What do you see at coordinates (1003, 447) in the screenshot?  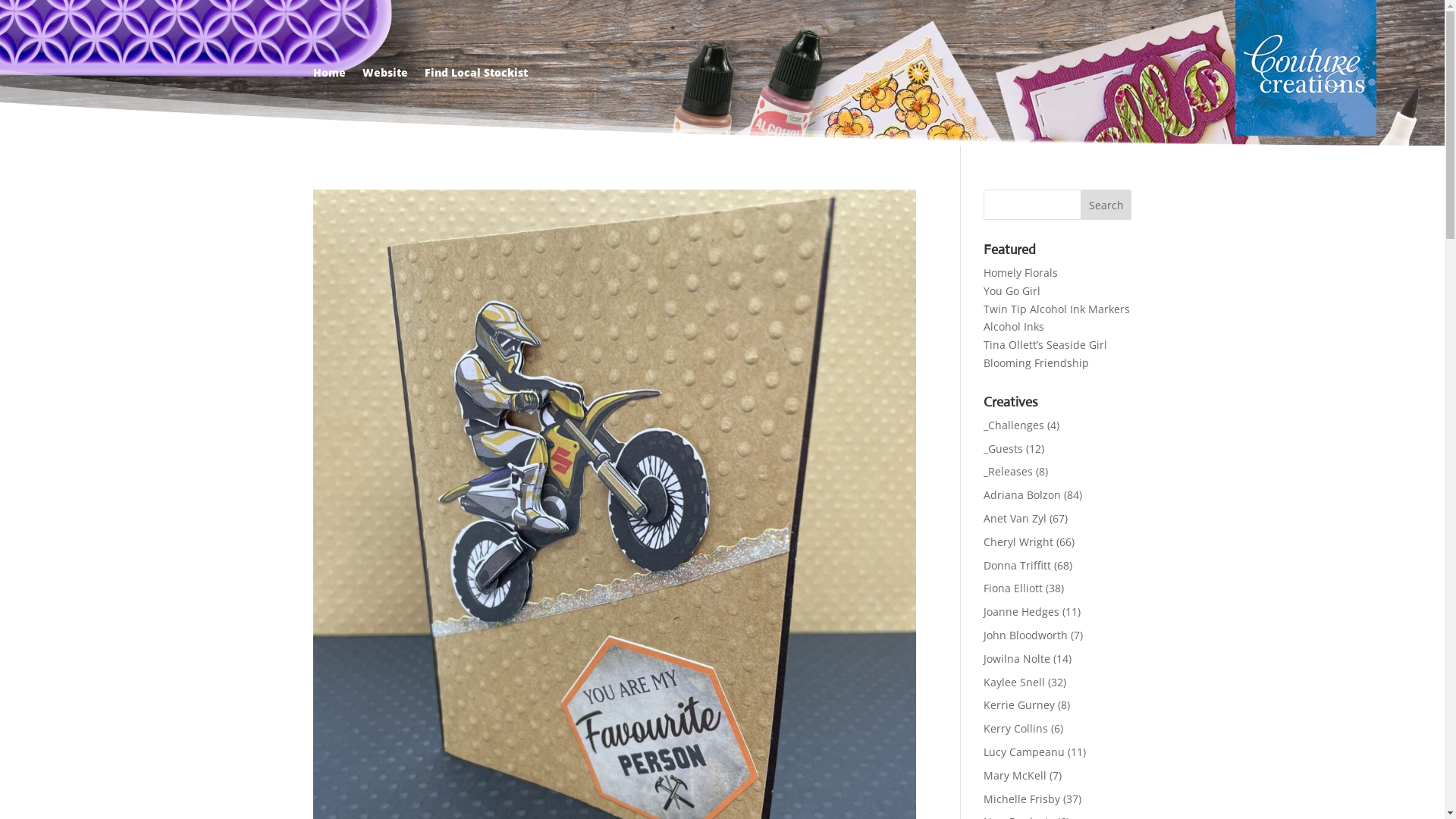 I see `'_Guests'` at bounding box center [1003, 447].